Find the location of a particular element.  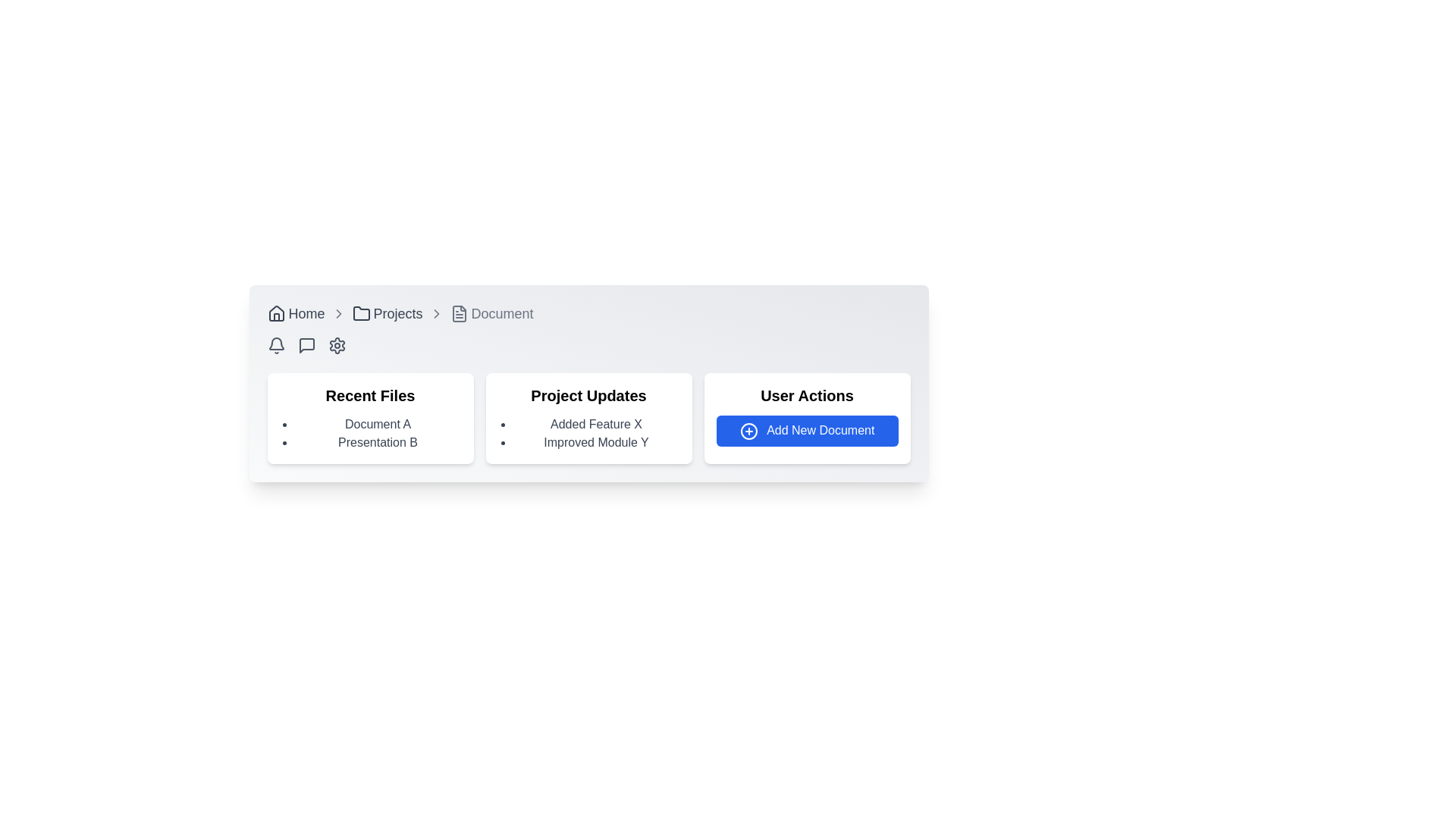

the gear-shaped icon button in the navigation bar is located at coordinates (336, 345).